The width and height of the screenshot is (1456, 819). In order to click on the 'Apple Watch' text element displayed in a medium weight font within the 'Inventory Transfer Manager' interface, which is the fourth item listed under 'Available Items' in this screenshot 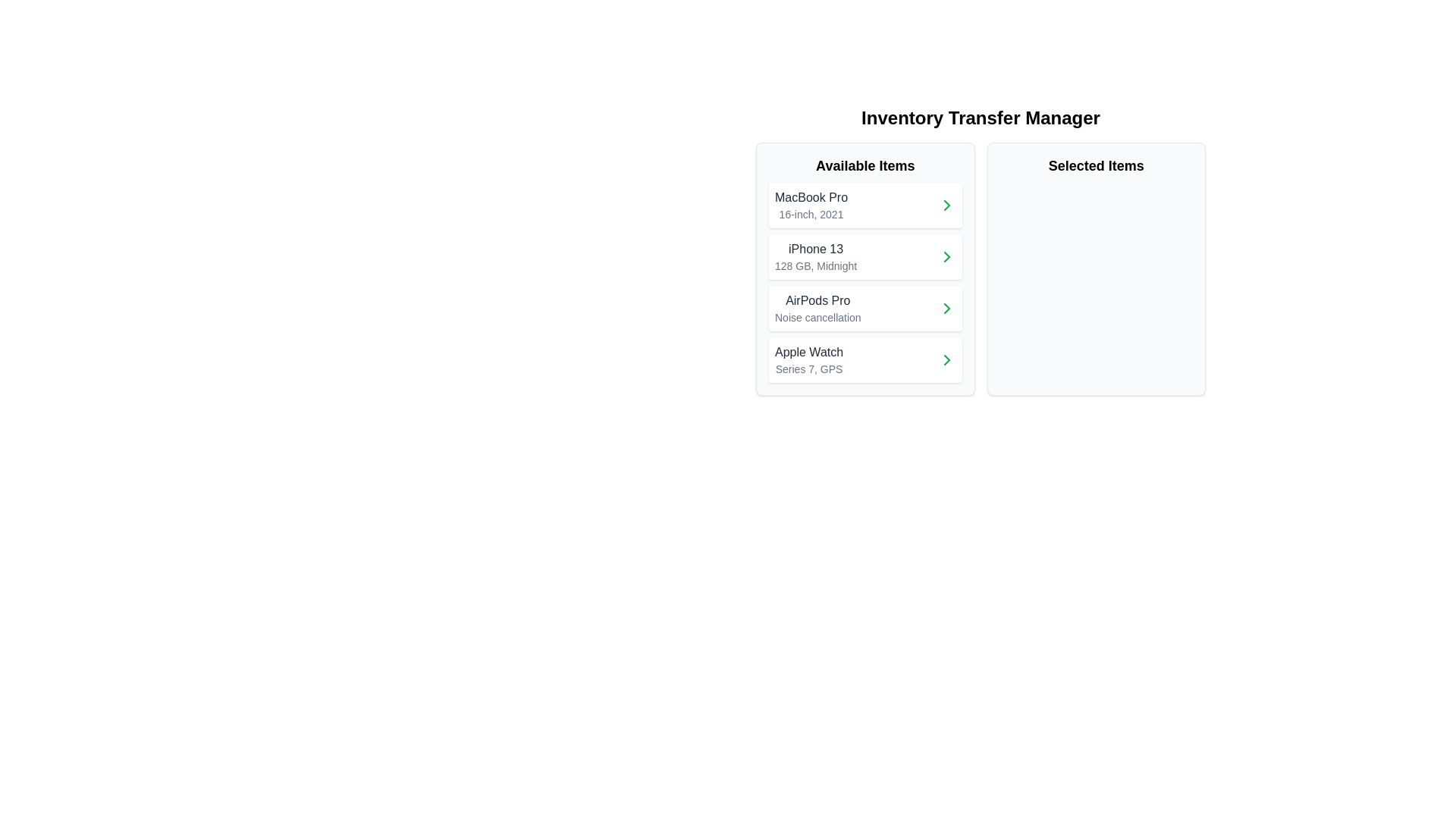, I will do `click(808, 359)`.